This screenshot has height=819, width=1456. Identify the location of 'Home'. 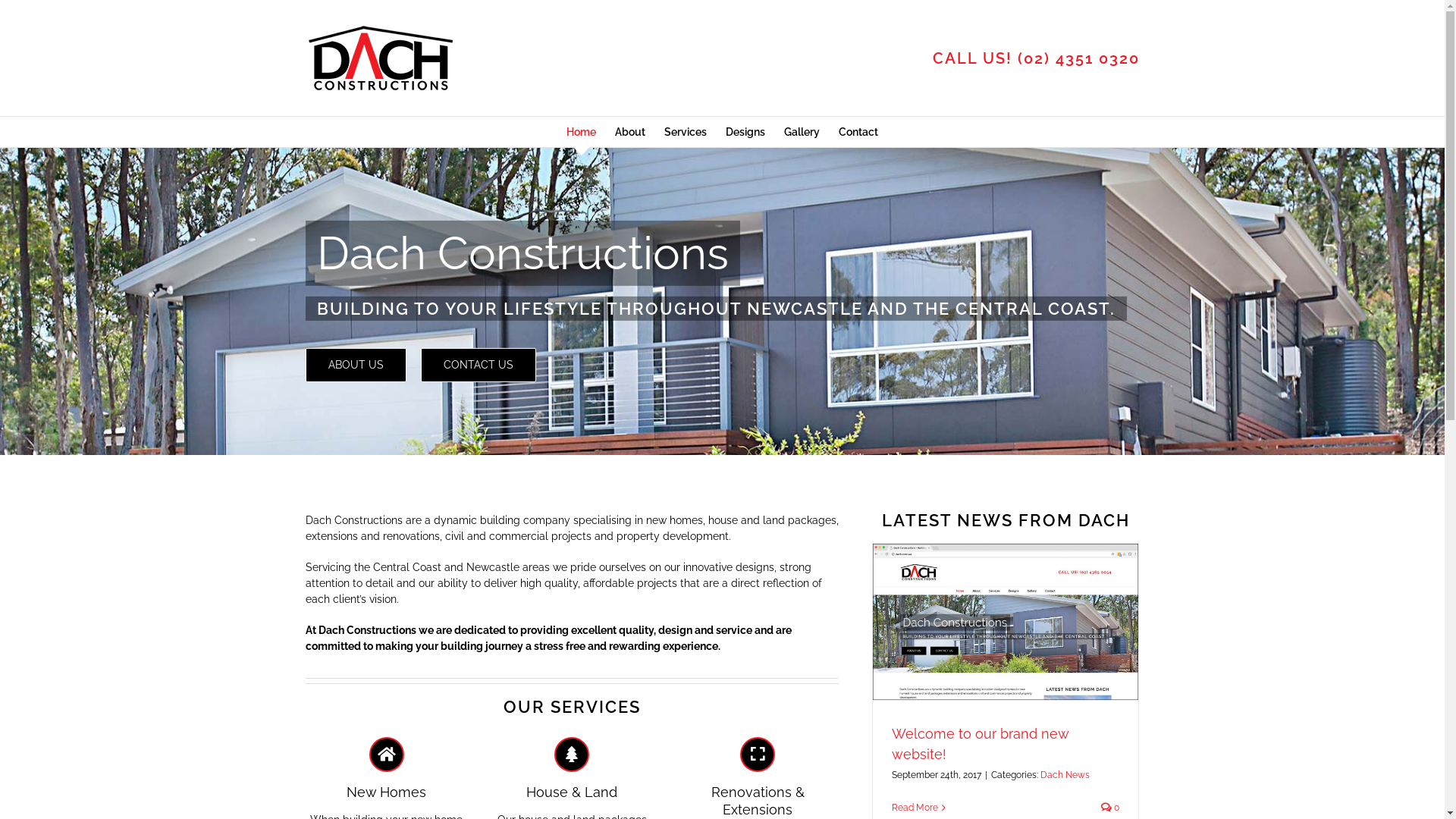
(580, 130).